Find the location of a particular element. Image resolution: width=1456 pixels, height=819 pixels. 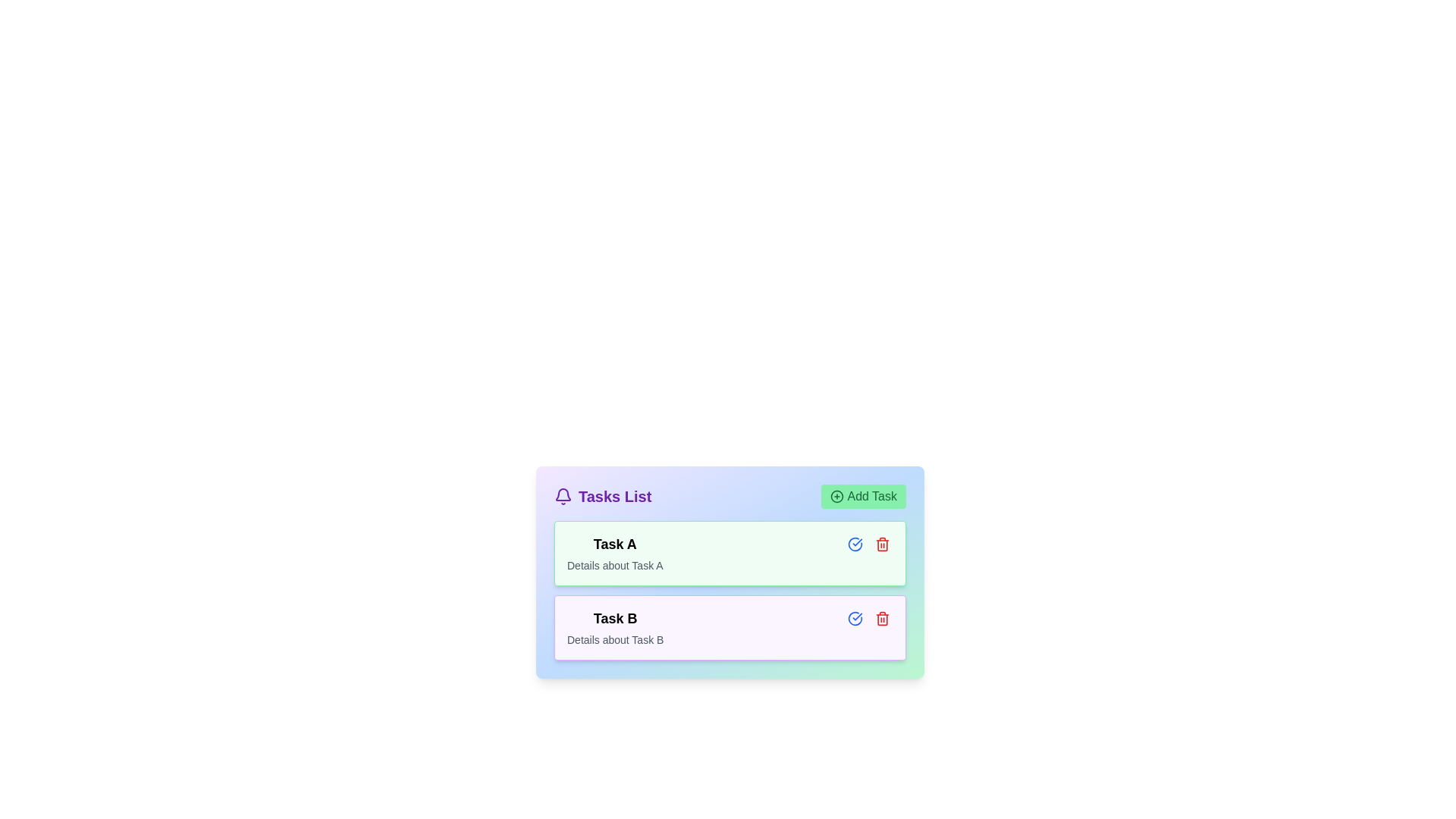

the two-line text component containing the bold headline 'Task B' and the smaller description 'Details about Task B', located in the middle-left section of the second task block in the task list interface is located at coordinates (615, 628).